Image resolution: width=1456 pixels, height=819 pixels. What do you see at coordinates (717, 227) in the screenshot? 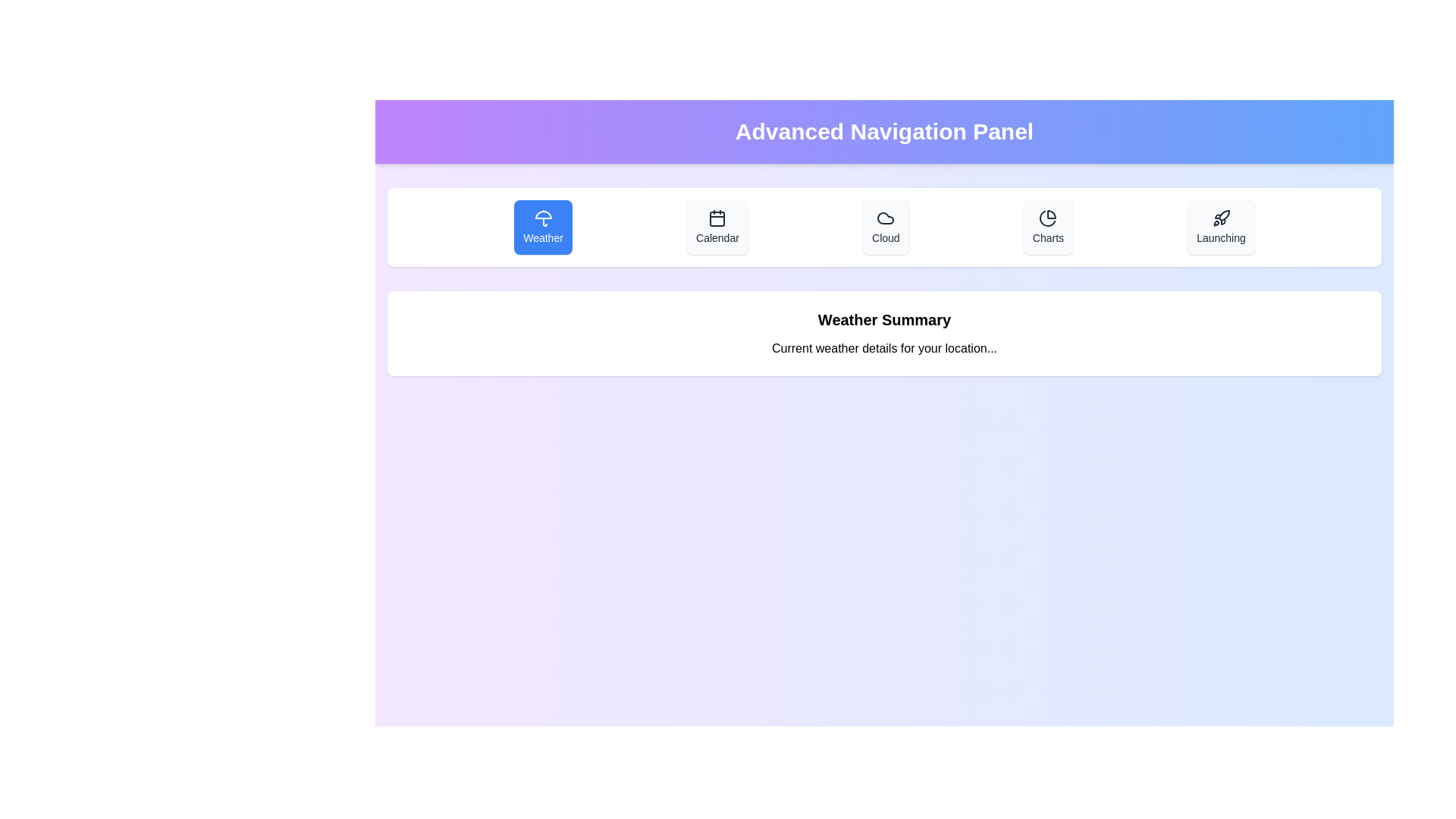
I see `the 'Calendar' button, which is the second button in a row of five, featuring a light gray background, rounded corners, and a calendar icon above the text 'Calendar'` at bounding box center [717, 227].